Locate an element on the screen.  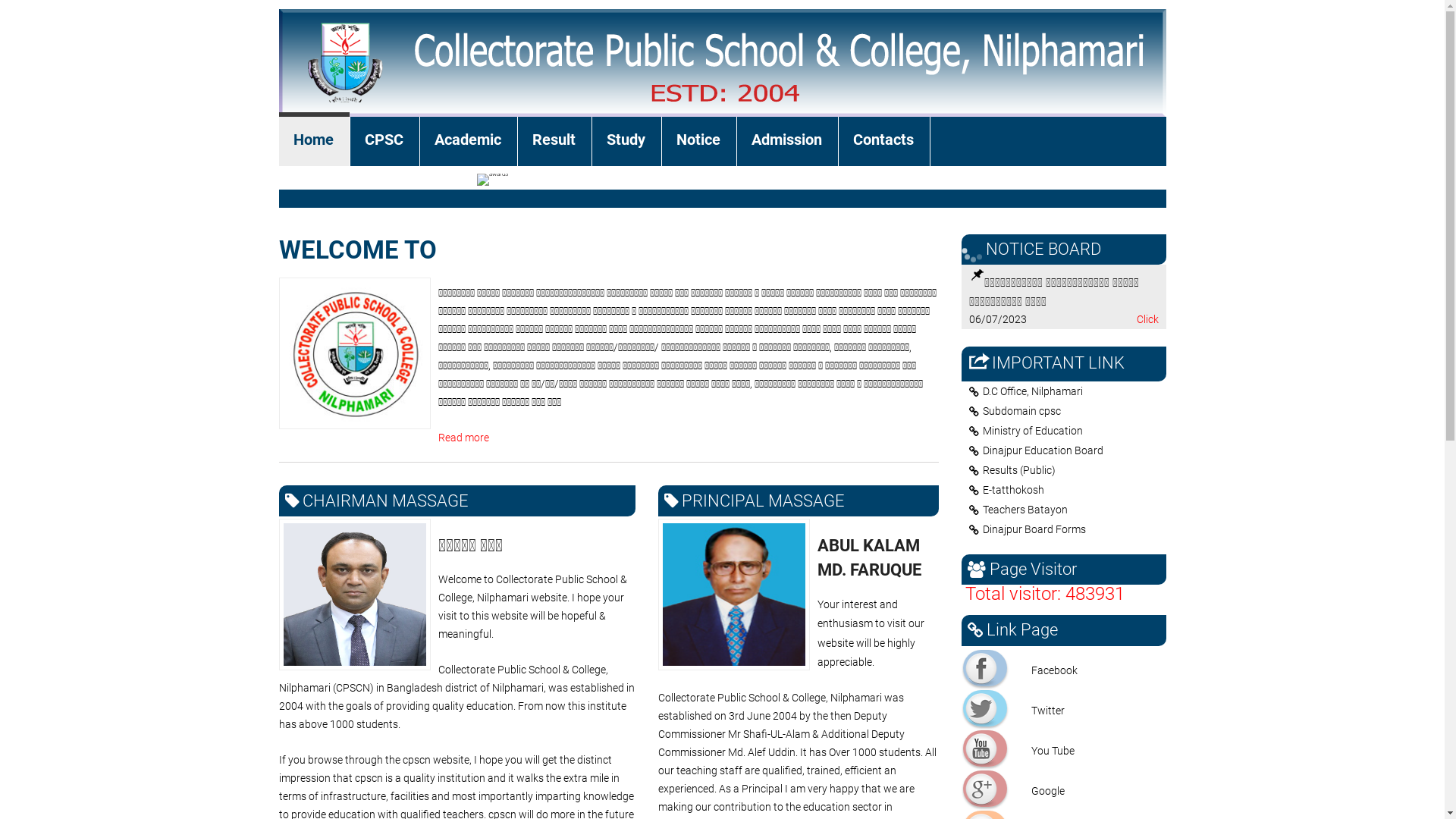
'Results (Public)' is located at coordinates (1066, 469).